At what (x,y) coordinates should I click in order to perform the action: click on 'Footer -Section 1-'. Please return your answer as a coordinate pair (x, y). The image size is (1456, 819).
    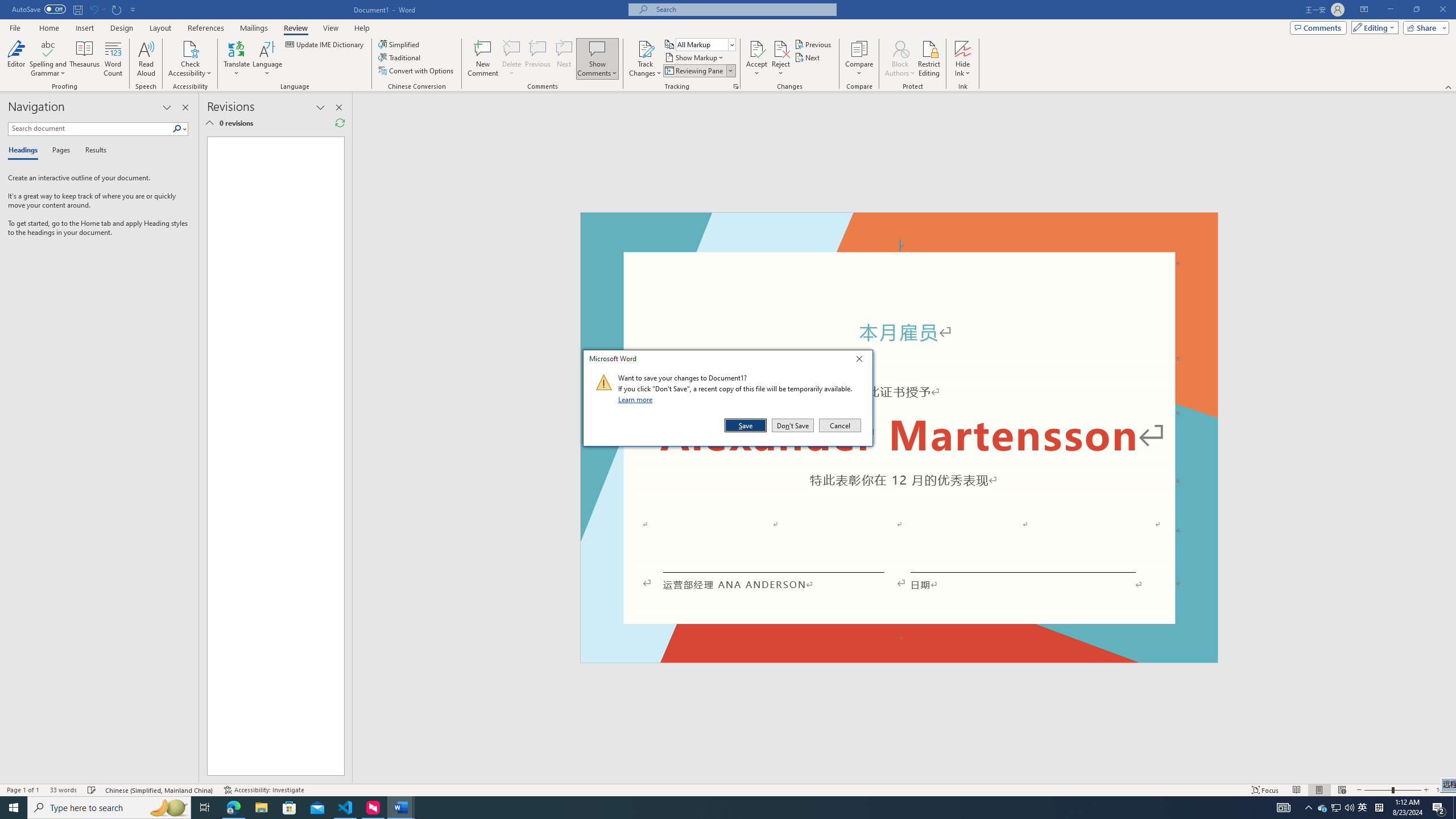
    Looking at the image, I should click on (898, 657).